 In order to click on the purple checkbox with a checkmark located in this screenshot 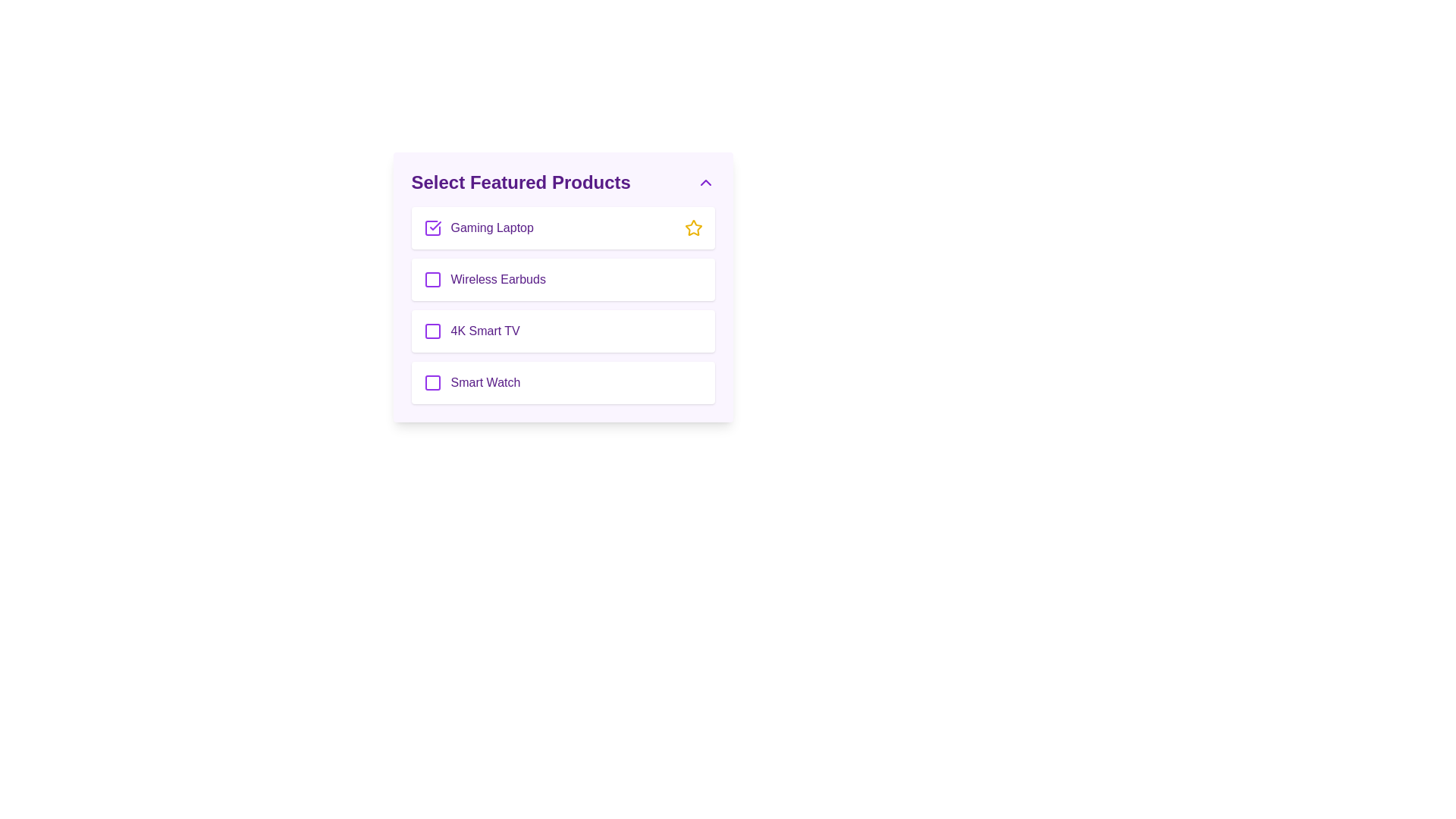, I will do `click(431, 227)`.